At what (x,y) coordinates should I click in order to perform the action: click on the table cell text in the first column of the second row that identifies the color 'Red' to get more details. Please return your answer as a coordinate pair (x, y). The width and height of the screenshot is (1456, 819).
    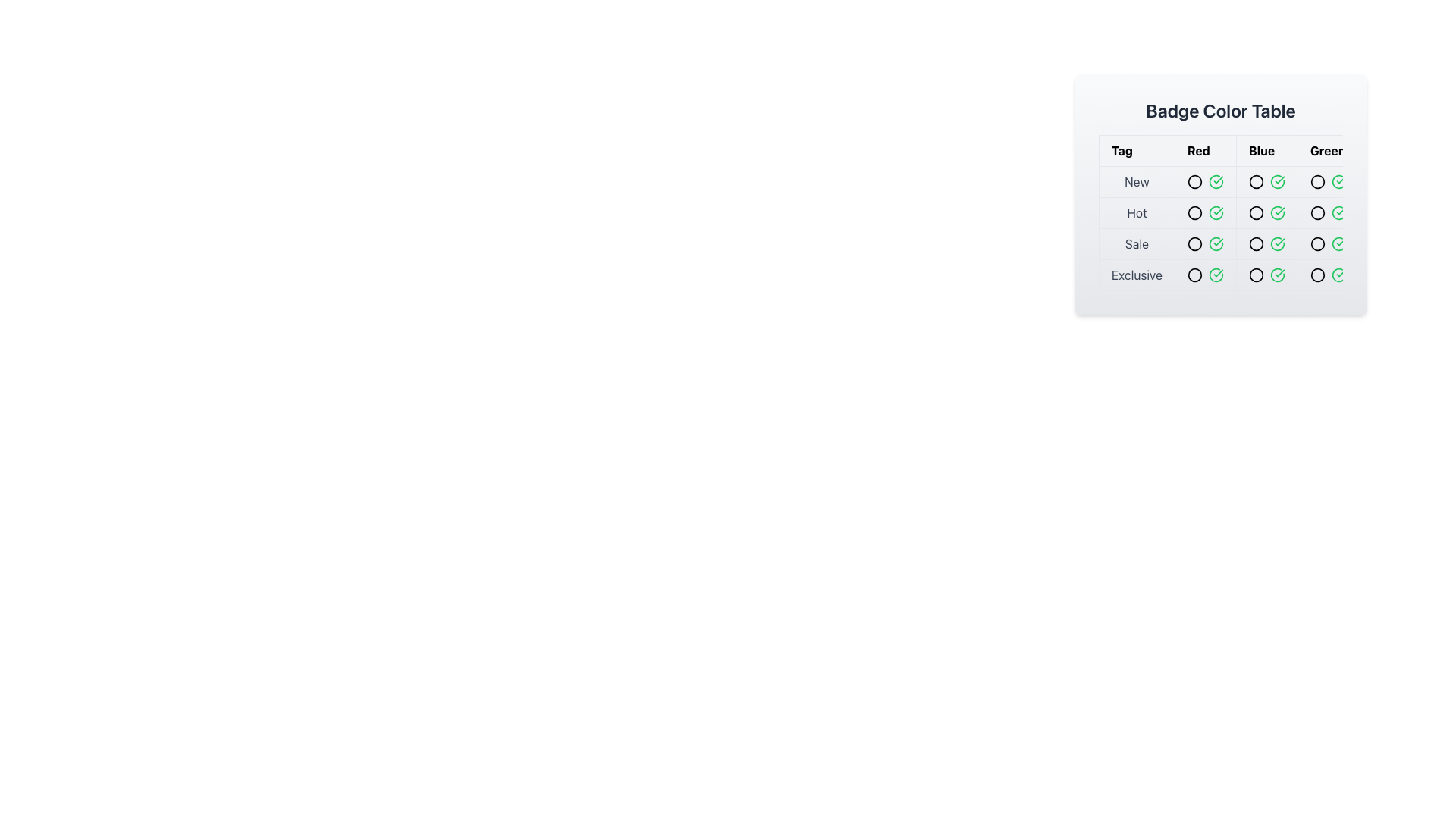
    Looking at the image, I should click on (1220, 213).